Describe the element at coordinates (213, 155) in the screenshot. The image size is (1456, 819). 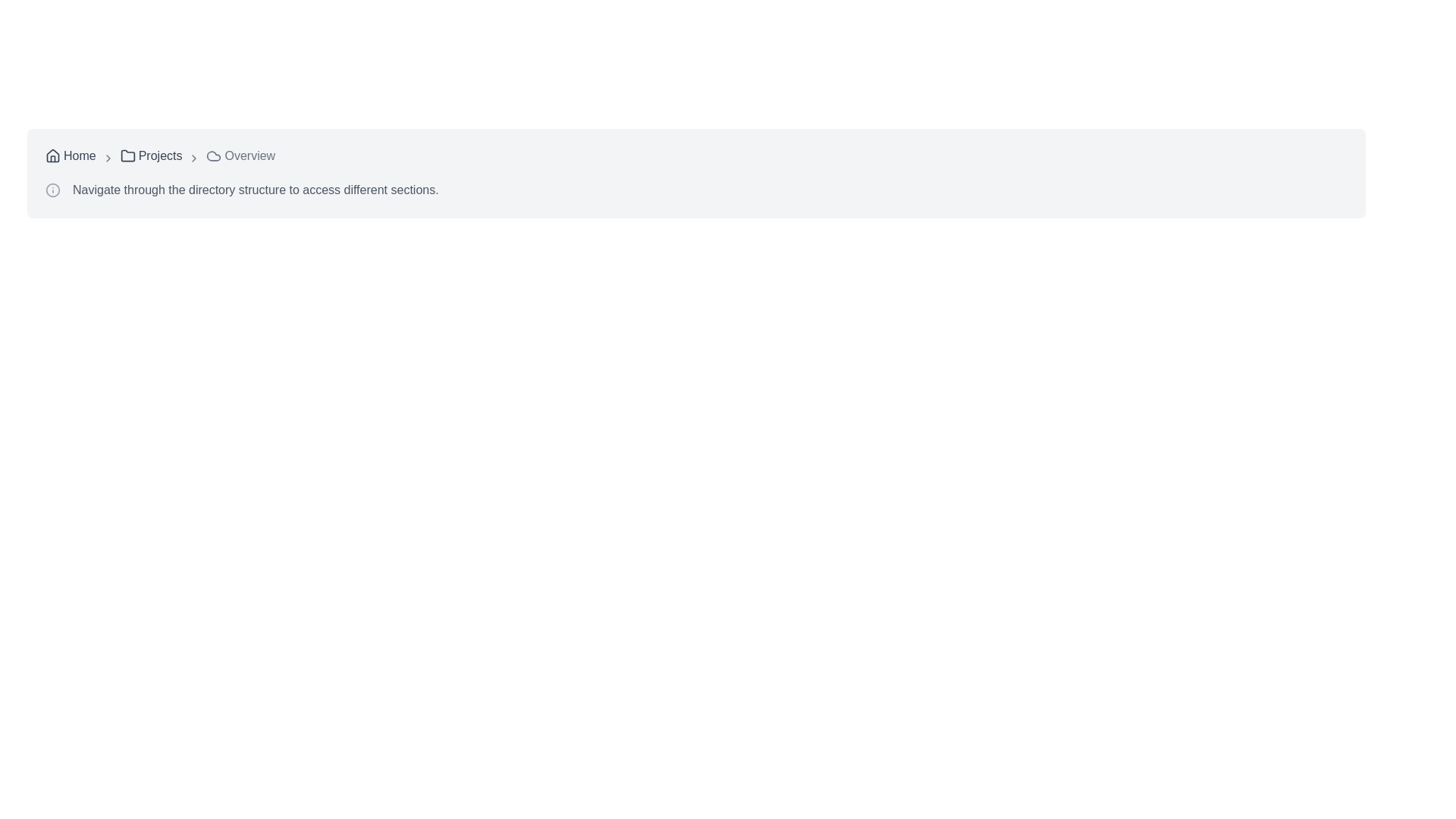
I see `the cloud-shaped icon located in the breadcrumb navigation bar, adjacent to 'Home' and 'Projects'` at that location.